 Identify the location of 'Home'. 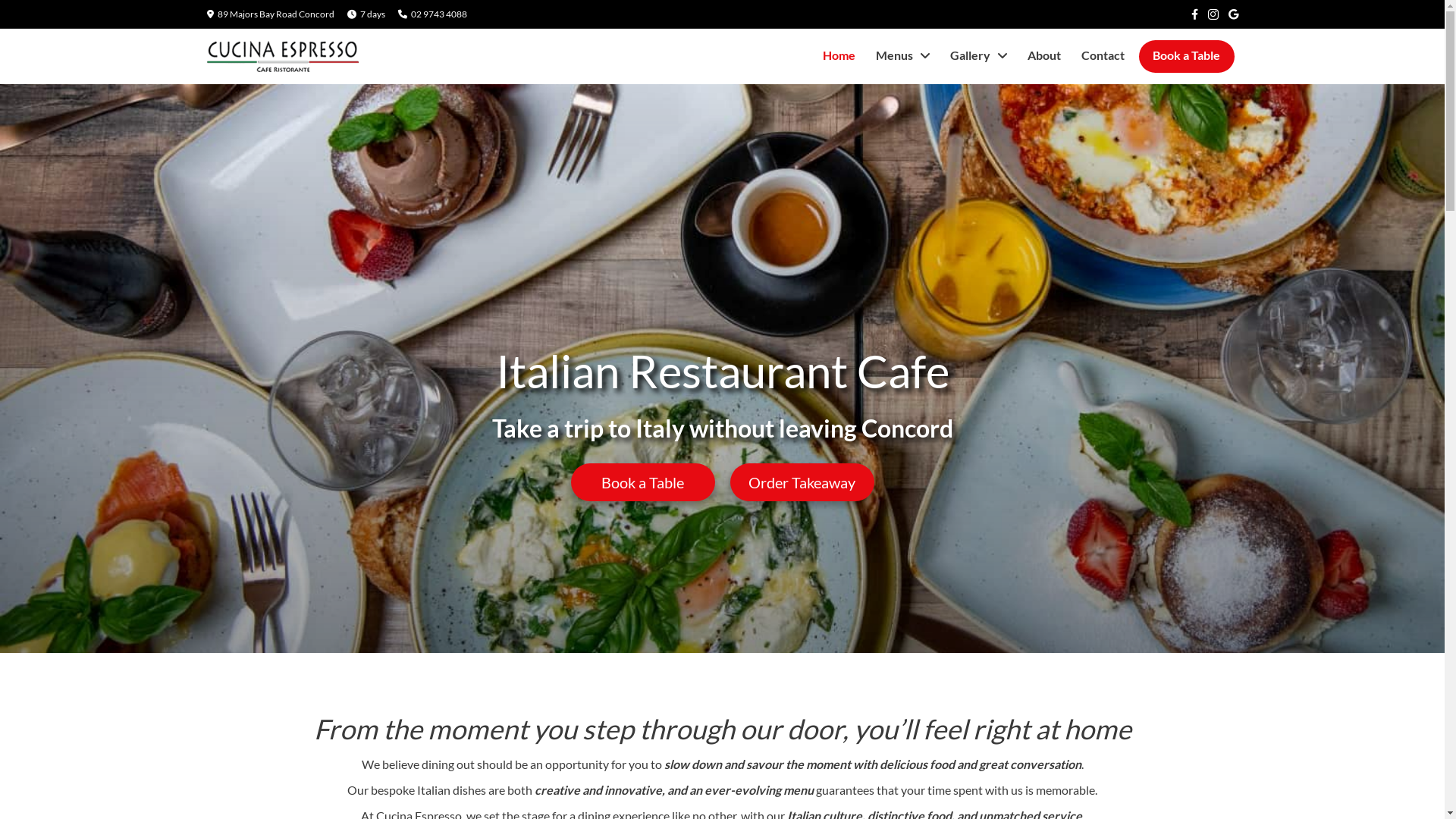
(837, 55).